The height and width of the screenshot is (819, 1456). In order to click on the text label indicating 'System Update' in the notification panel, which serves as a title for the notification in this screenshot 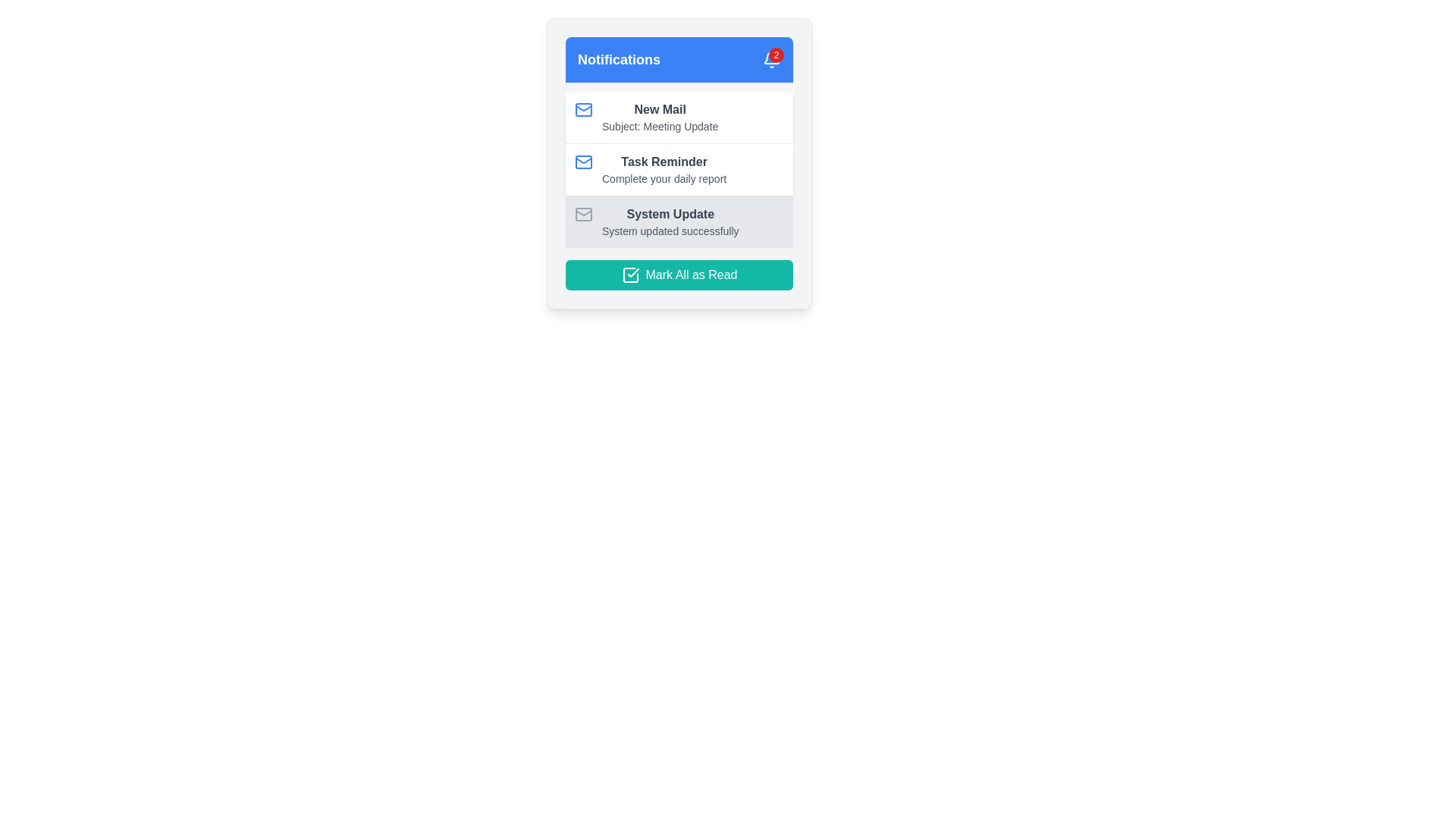, I will do `click(670, 214)`.